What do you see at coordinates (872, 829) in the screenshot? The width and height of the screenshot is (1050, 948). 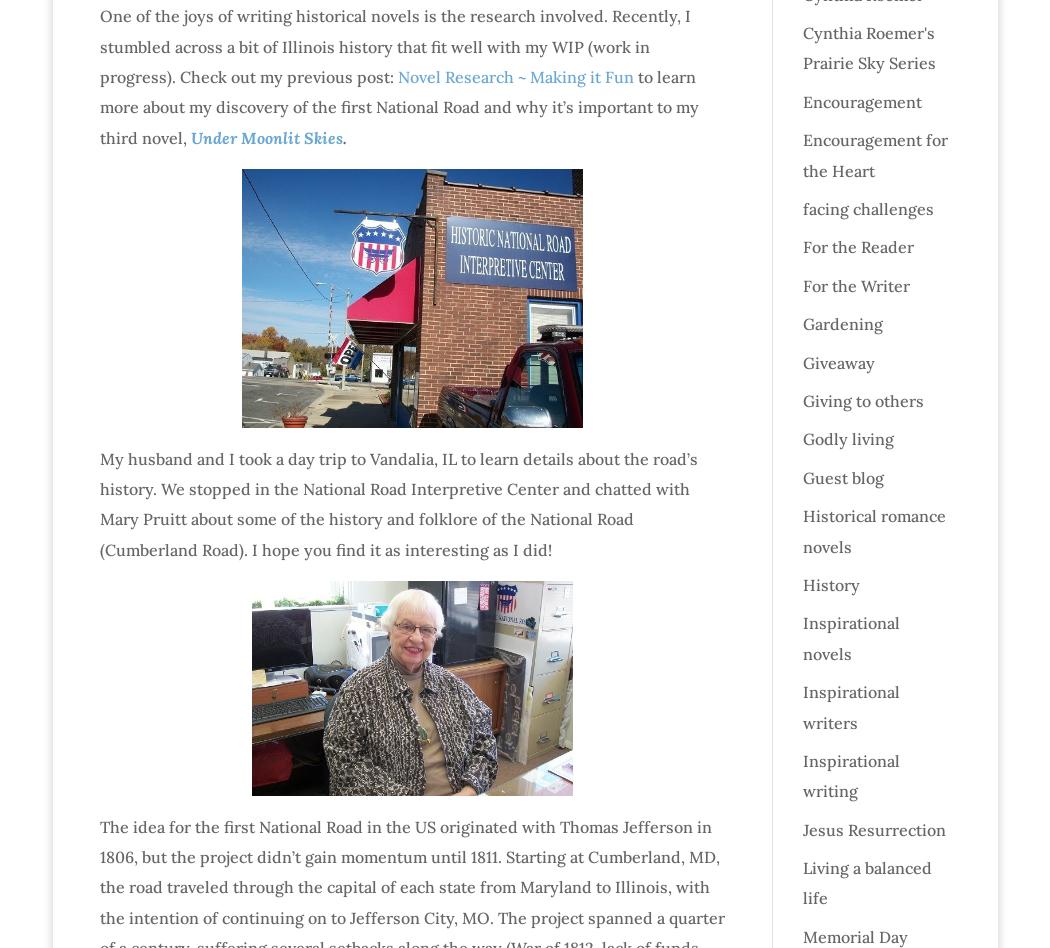 I see `'Jesus Resurrection'` at bounding box center [872, 829].